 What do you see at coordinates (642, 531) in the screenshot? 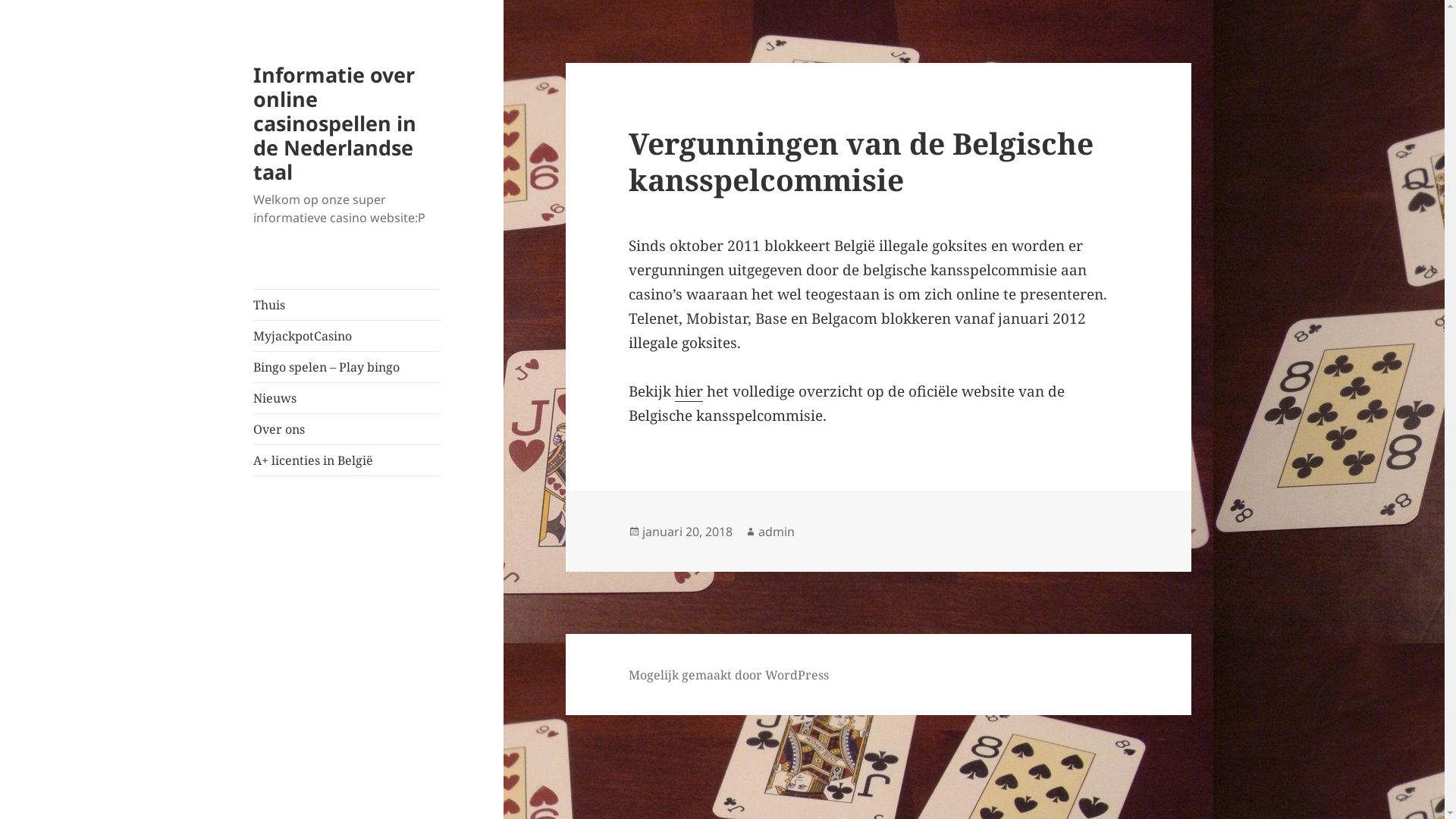
I see `'januari 20, 2018'` at bounding box center [642, 531].